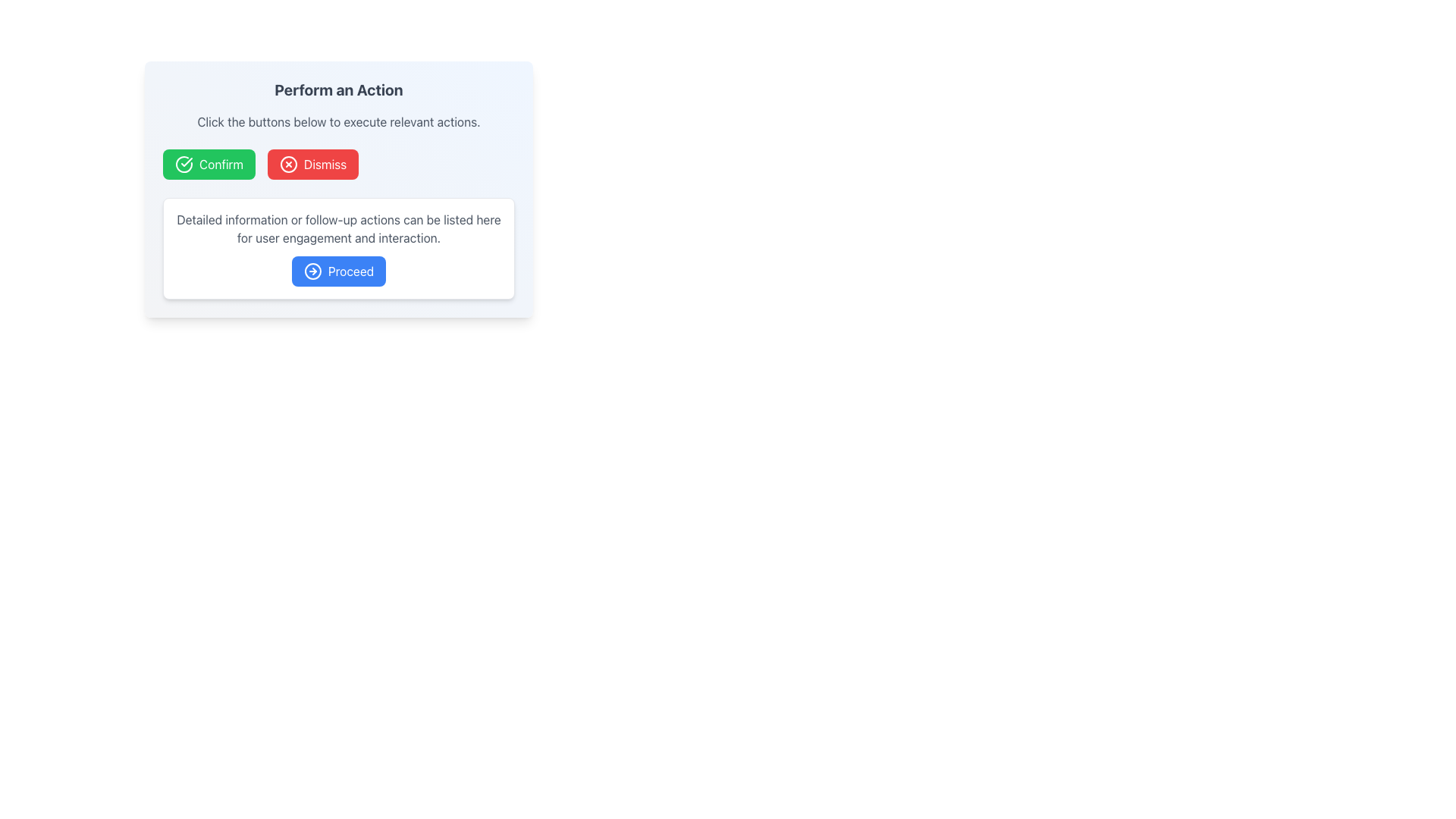 This screenshot has width=1456, height=819. I want to click on the circular outline graphic element located in the top-right corner of the modal interface, so click(288, 164).